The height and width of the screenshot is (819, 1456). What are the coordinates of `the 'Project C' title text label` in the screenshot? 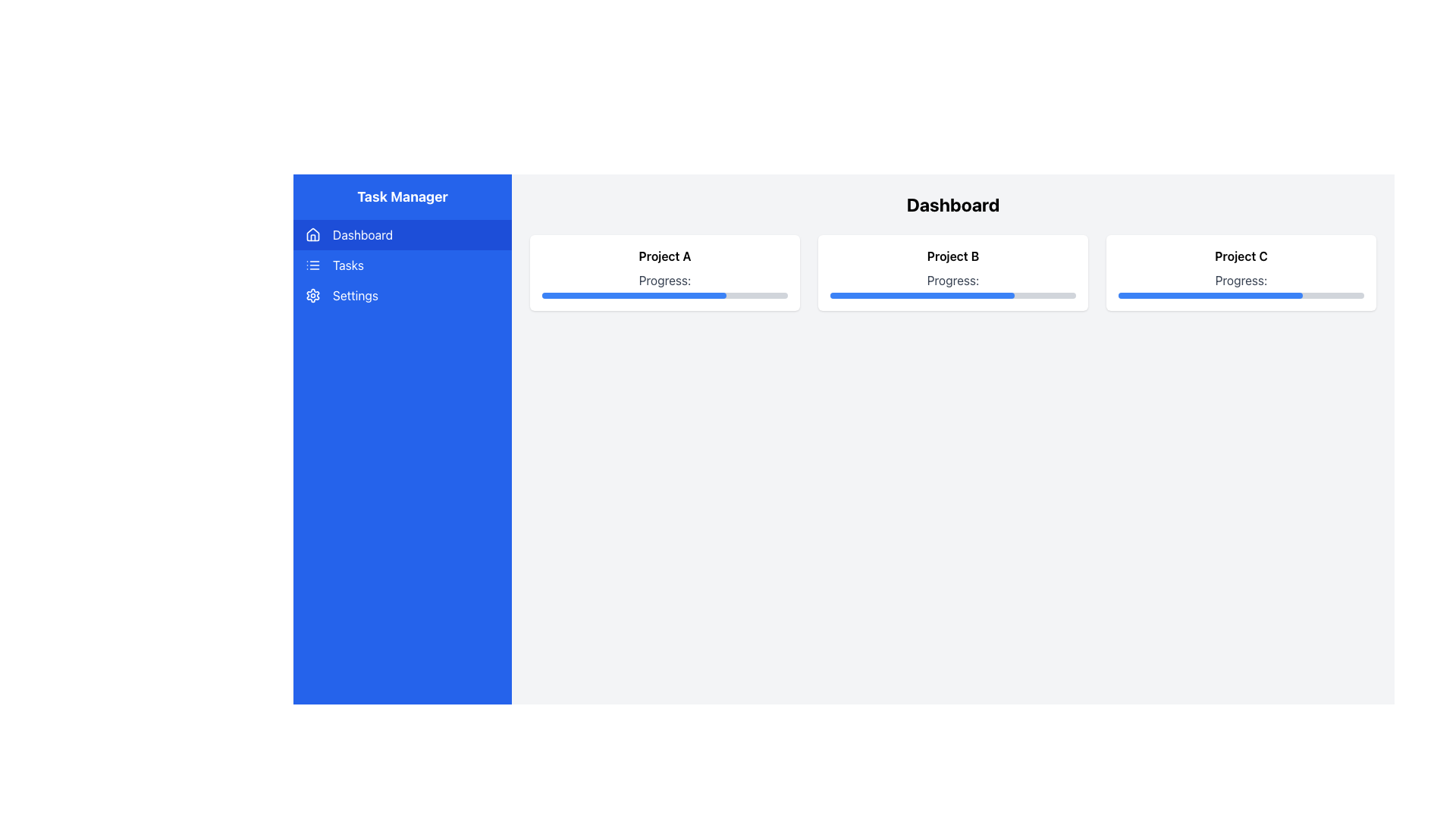 It's located at (1241, 256).